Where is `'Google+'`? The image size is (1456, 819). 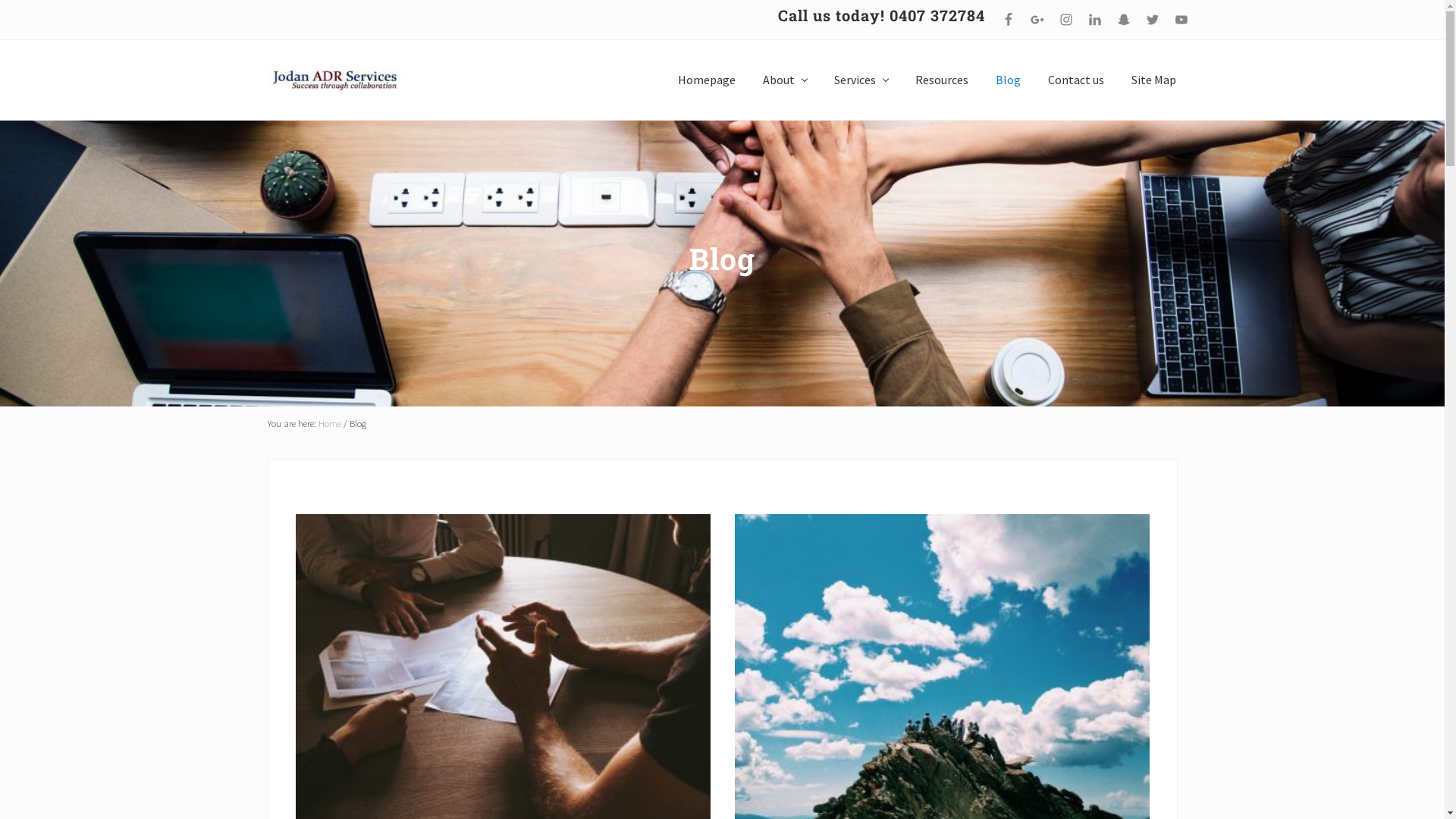 'Google+' is located at coordinates (1036, 20).